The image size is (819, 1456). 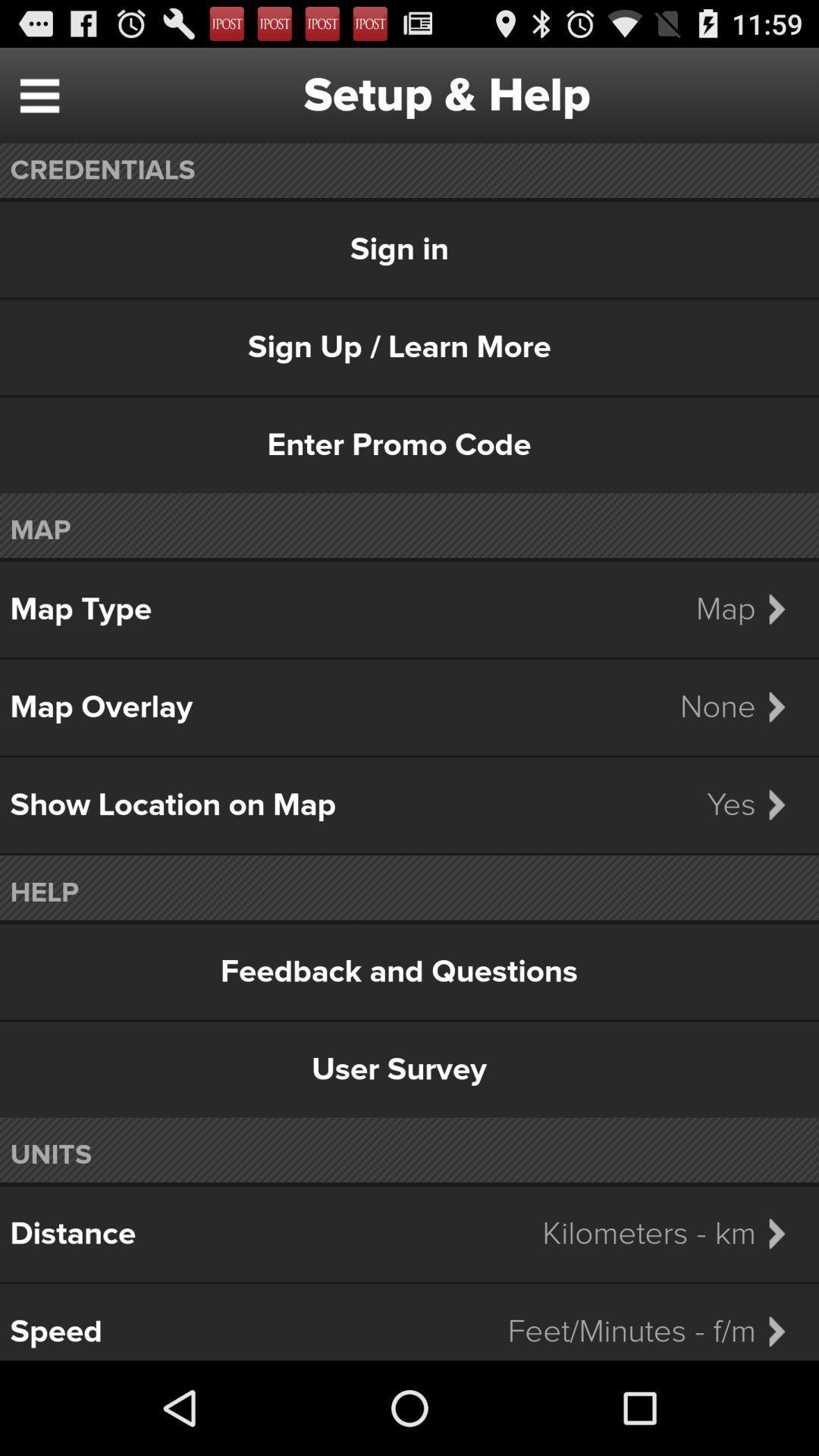 What do you see at coordinates (409, 971) in the screenshot?
I see `feedback and questions item` at bounding box center [409, 971].